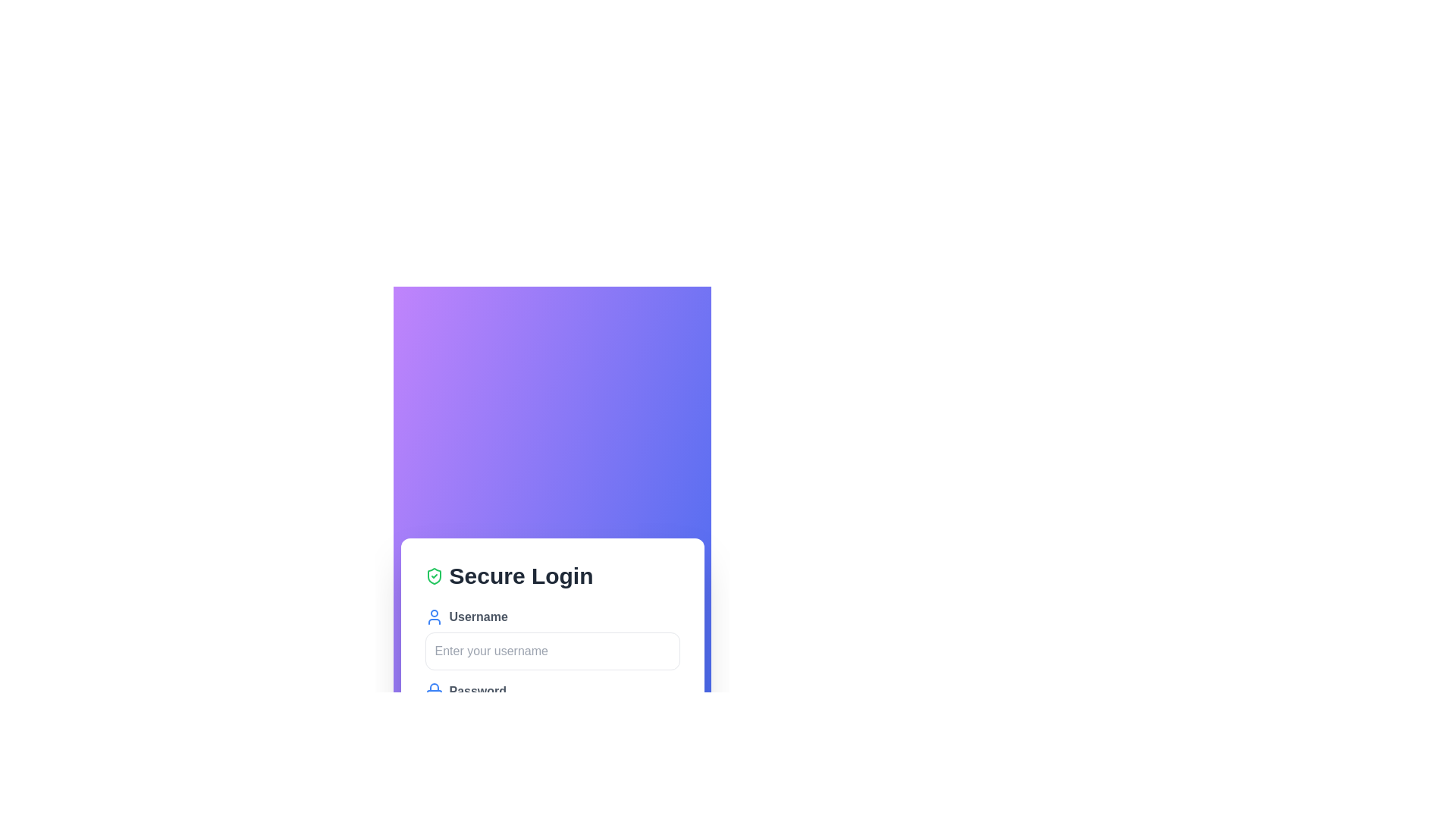 This screenshot has width=1456, height=819. Describe the element at coordinates (433, 576) in the screenshot. I see `the green shield icon with a checkmark, which symbolizes security or validation, located to the left of the 'Secure Login' text` at that location.